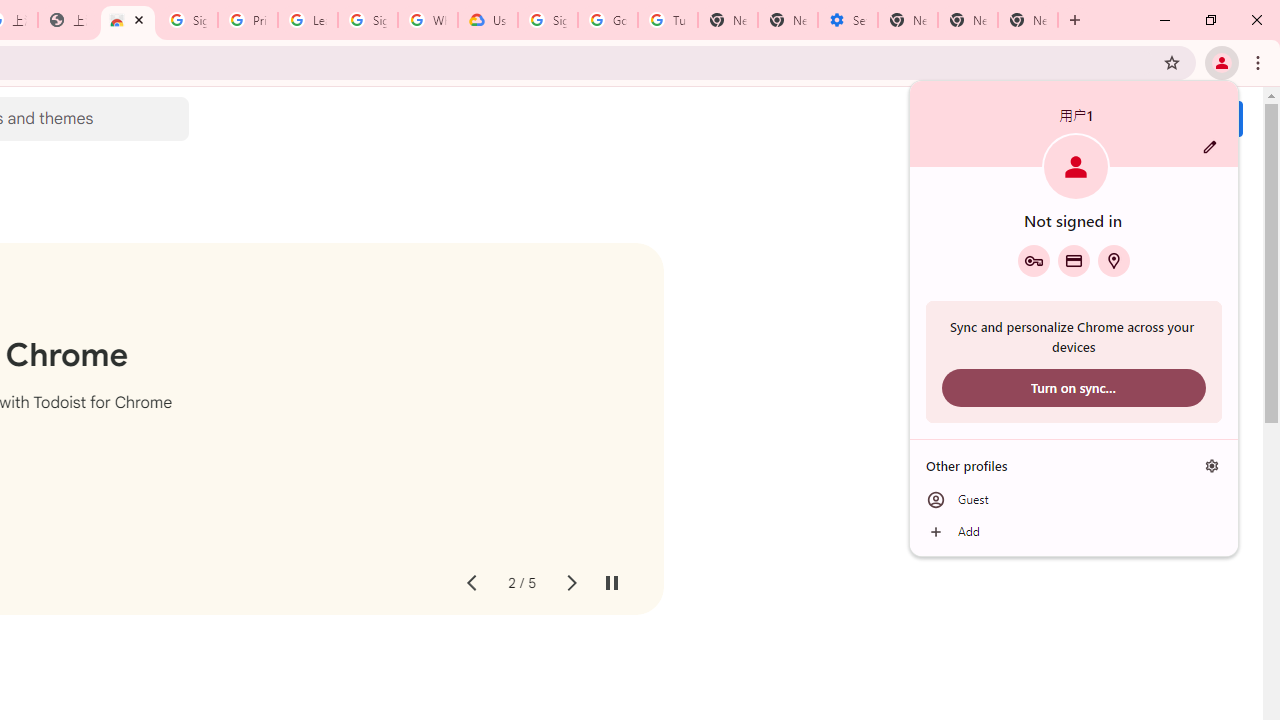 This screenshot has width=1280, height=720. Describe the element at coordinates (569, 583) in the screenshot. I see `'Next slide'` at that location.